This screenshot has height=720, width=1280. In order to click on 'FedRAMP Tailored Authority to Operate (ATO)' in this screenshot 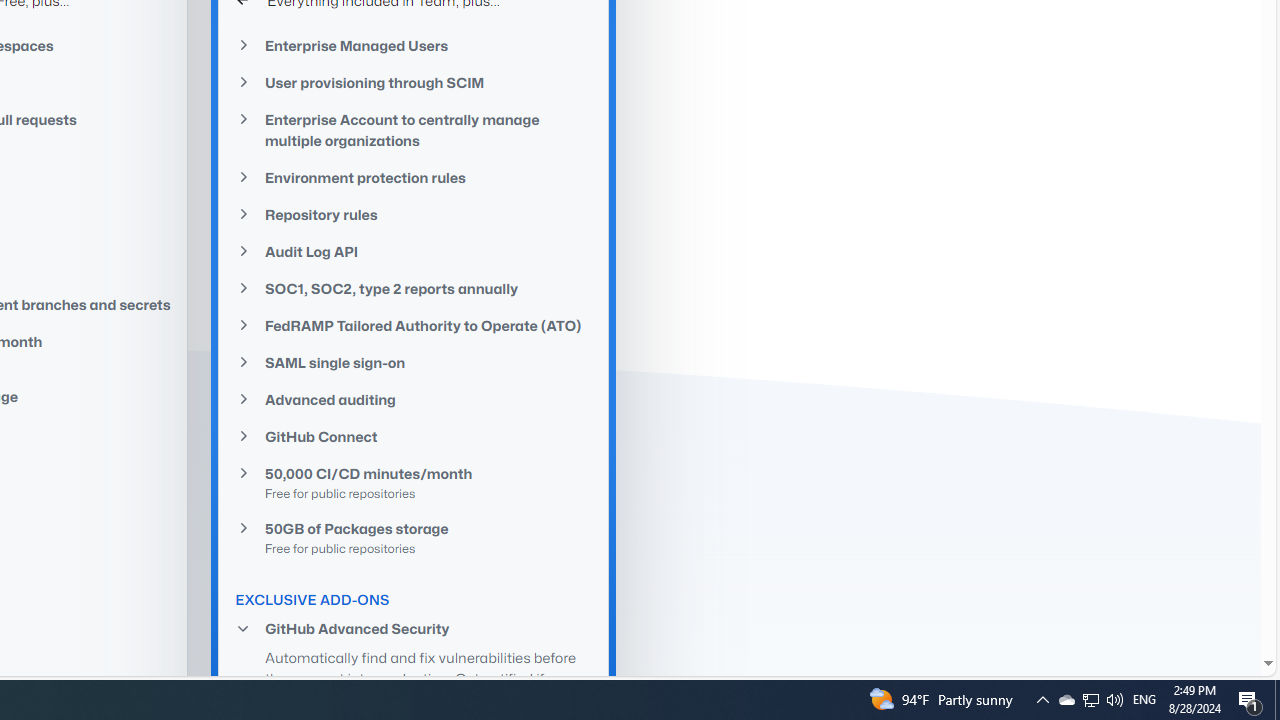, I will do `click(413, 324)`.